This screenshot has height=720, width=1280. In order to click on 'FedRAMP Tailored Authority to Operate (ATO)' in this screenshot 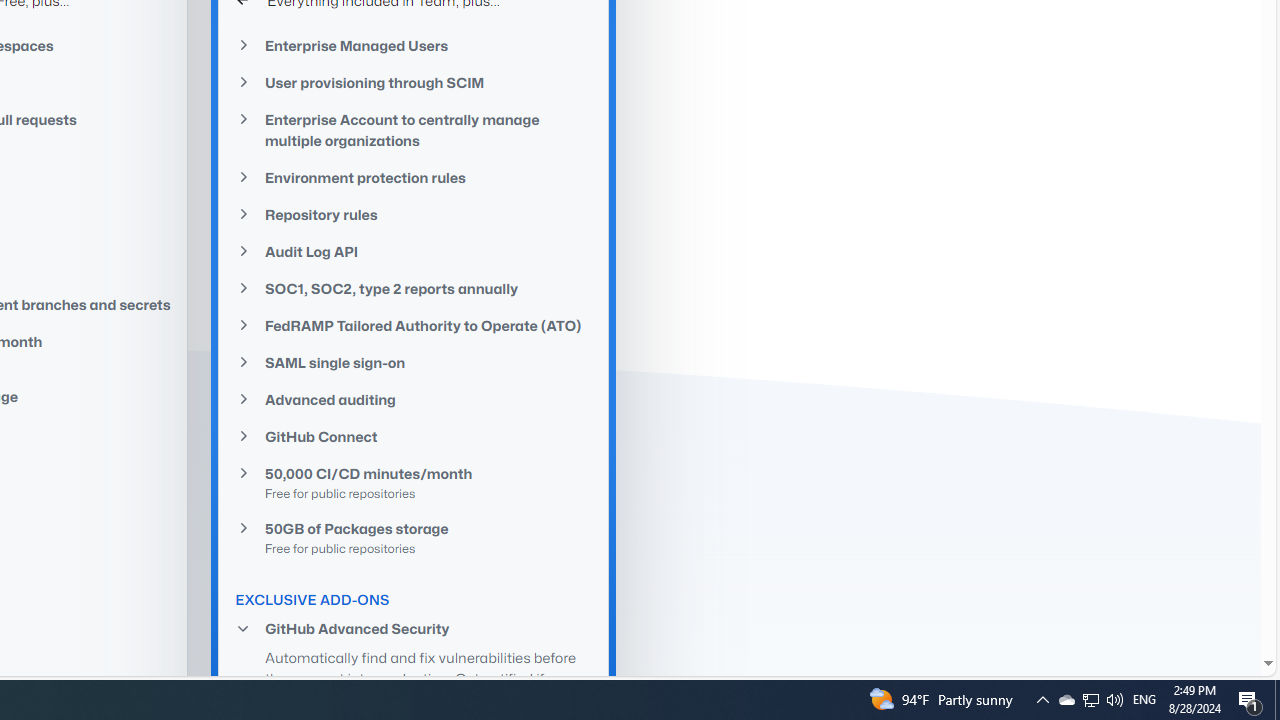, I will do `click(413, 324)`.